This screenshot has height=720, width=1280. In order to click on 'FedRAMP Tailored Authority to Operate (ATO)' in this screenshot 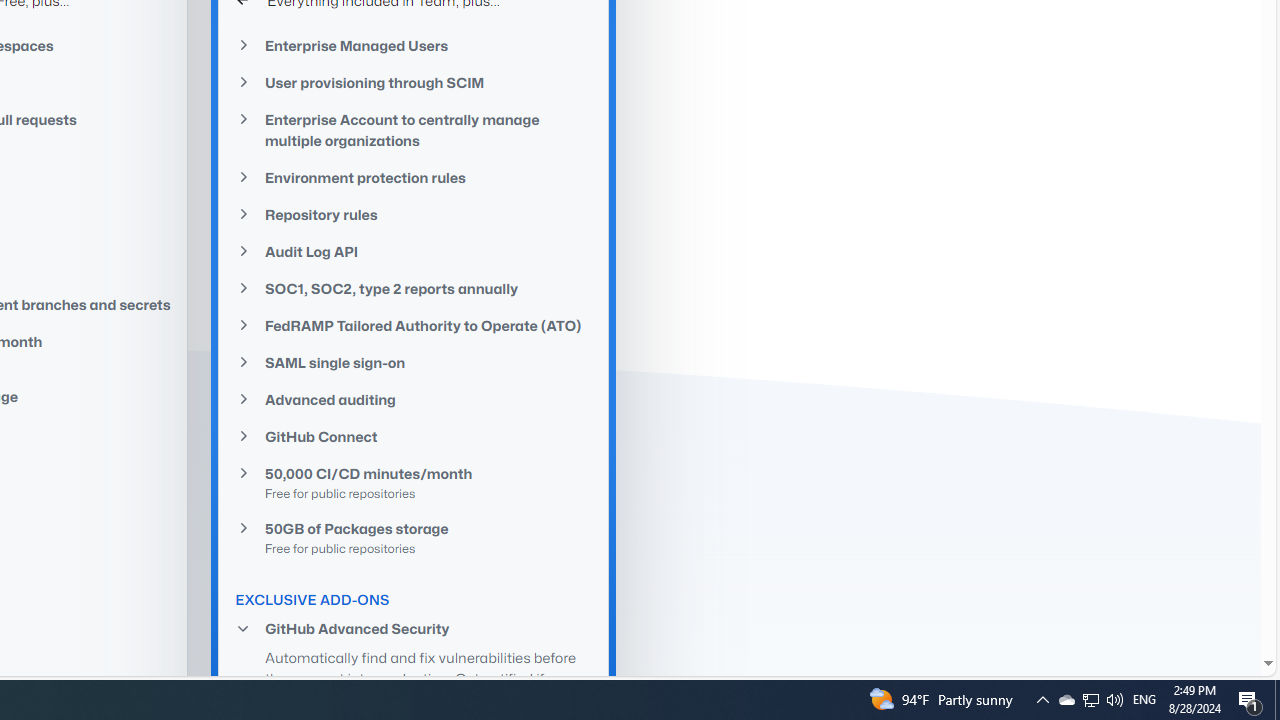, I will do `click(413, 324)`.